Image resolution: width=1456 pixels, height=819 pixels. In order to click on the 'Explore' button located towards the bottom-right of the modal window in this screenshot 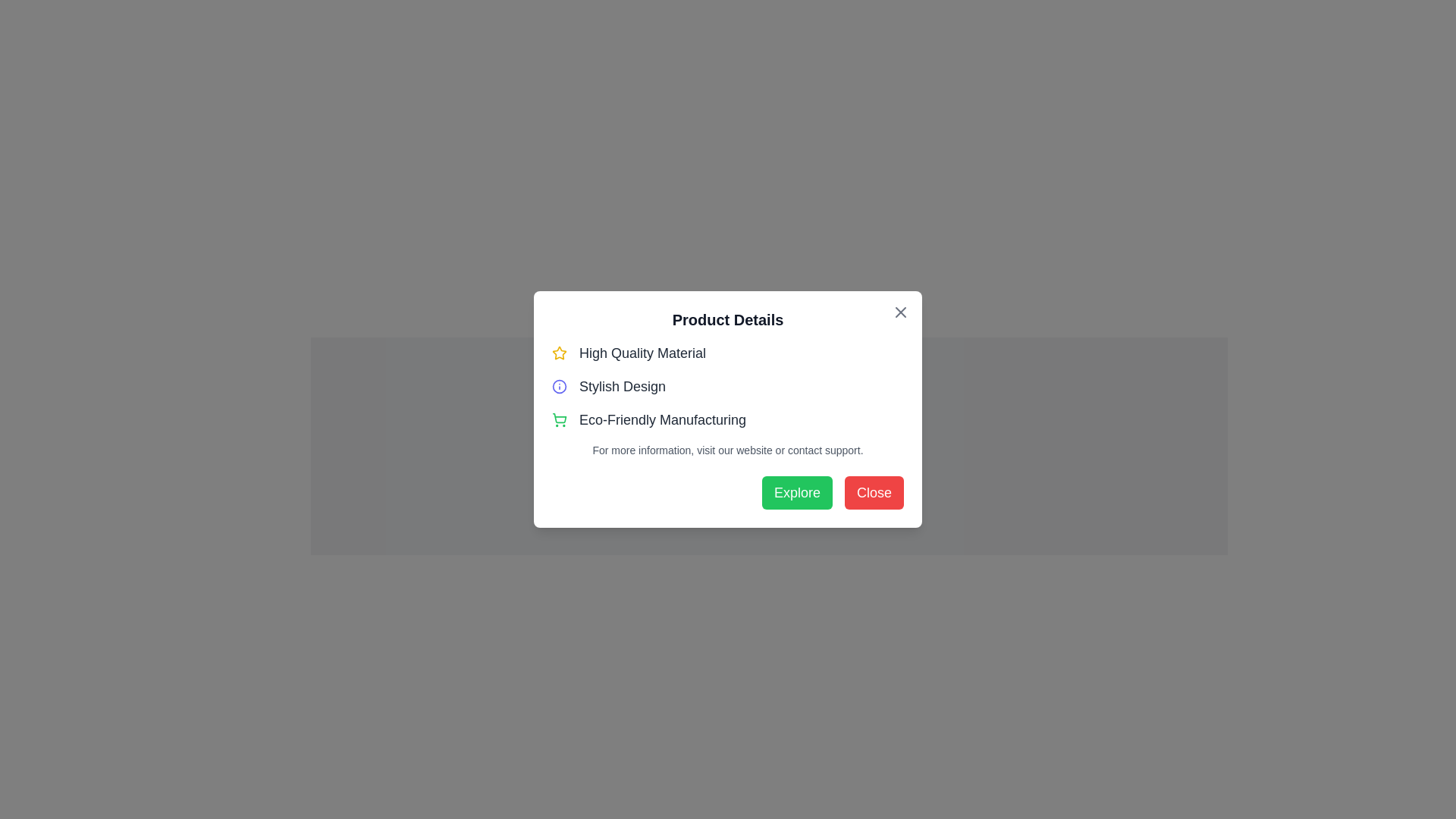, I will do `click(796, 493)`.